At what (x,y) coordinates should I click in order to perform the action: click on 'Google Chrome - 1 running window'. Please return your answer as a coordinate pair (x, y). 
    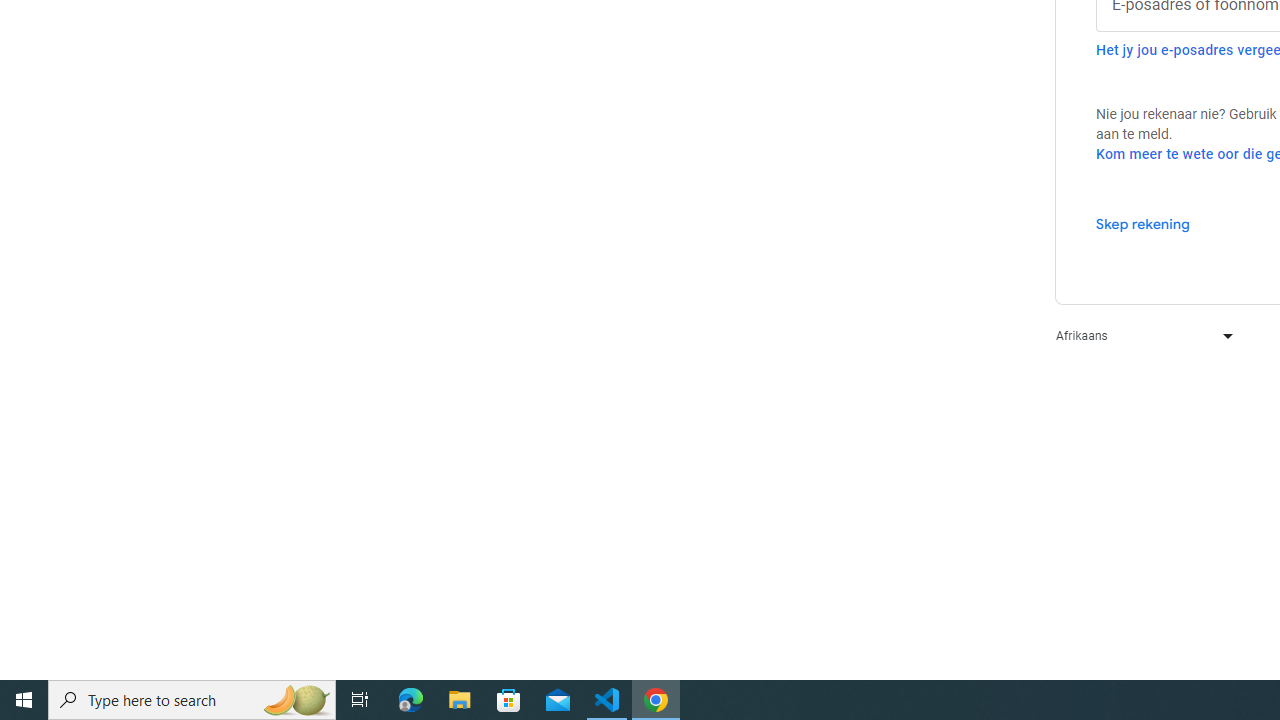
    Looking at the image, I should click on (656, 698).